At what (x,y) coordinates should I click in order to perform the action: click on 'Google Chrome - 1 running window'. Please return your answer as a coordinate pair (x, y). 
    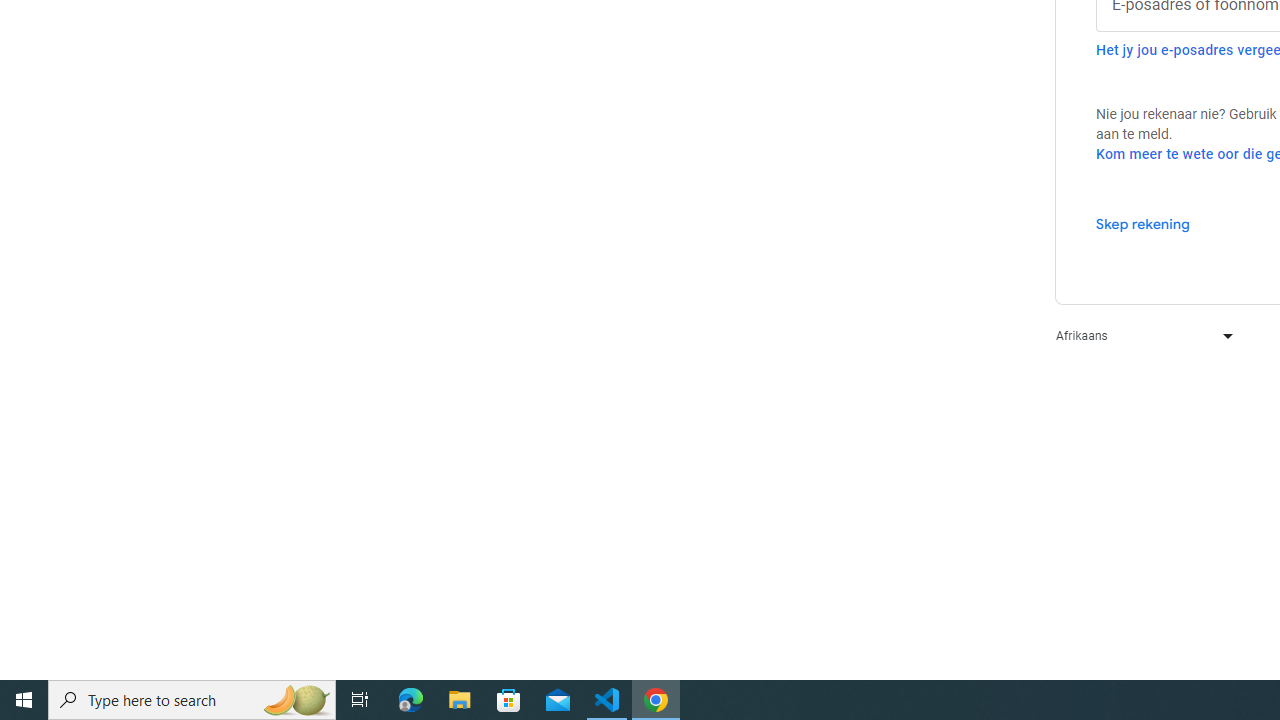
    Looking at the image, I should click on (656, 698).